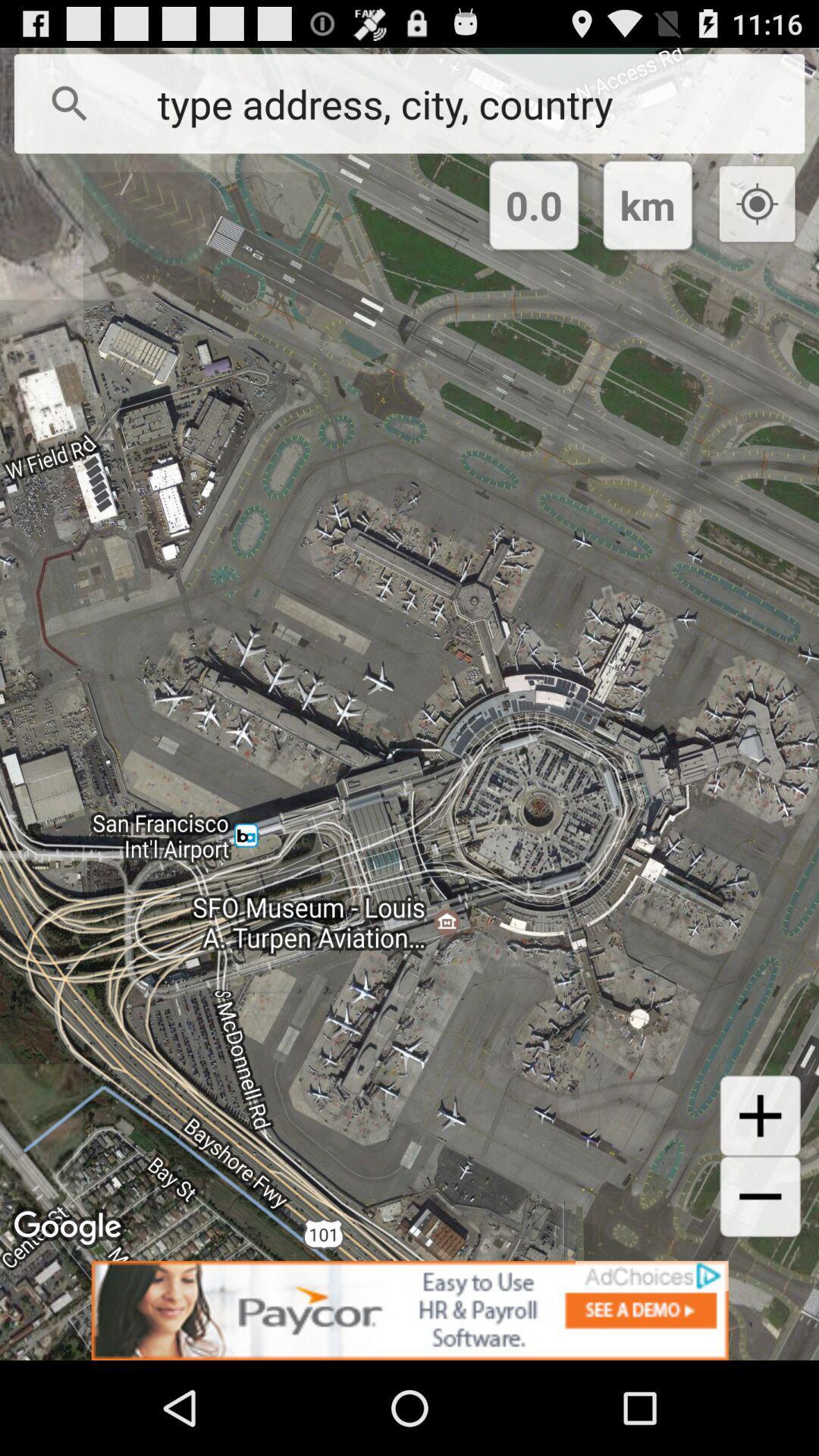 Image resolution: width=819 pixels, height=1456 pixels. Describe the element at coordinates (760, 1196) in the screenshot. I see `zoom out option` at that location.